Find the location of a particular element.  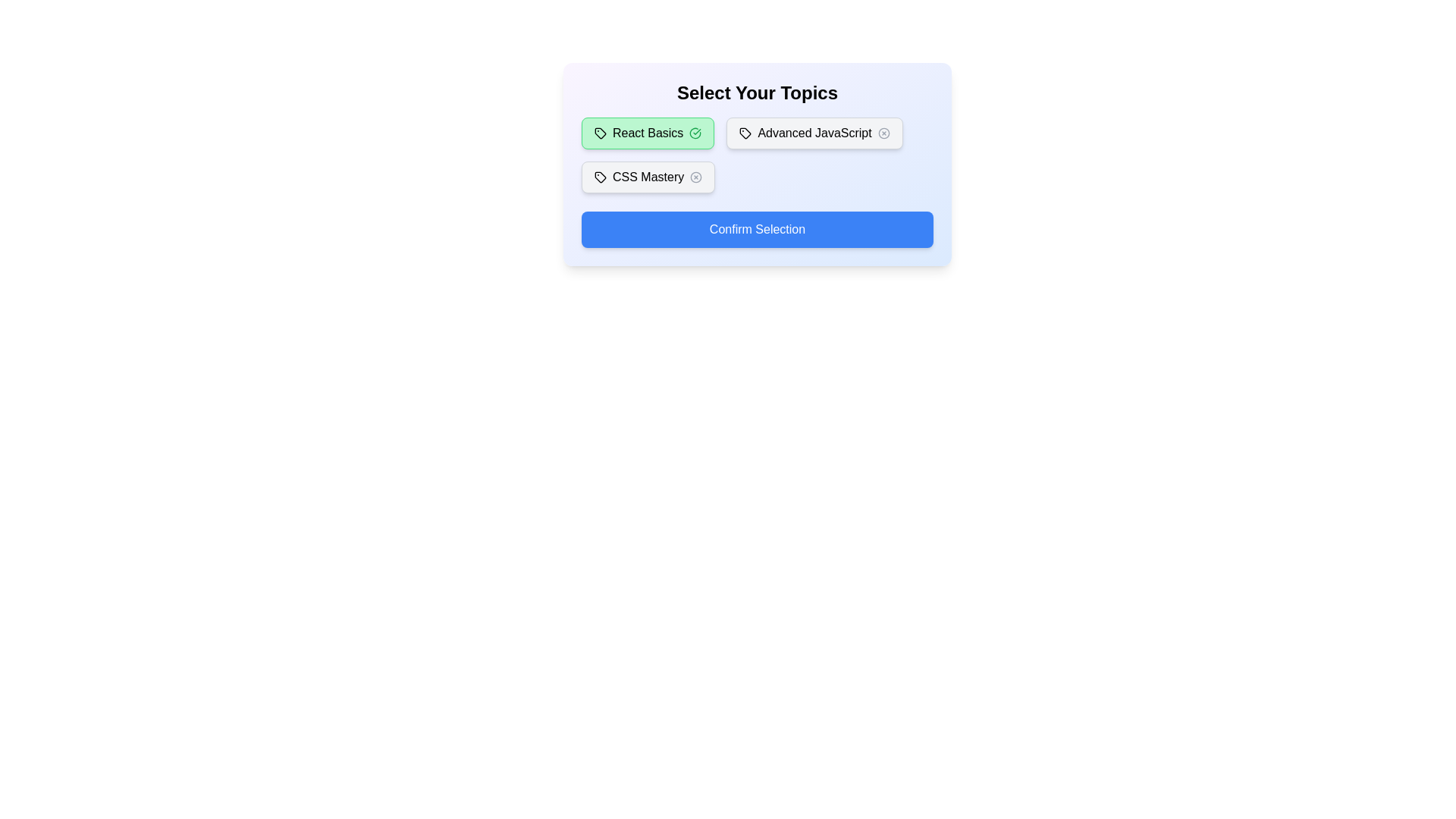

the tag Advanced JavaScript to observe its hover effect is located at coordinates (814, 133).